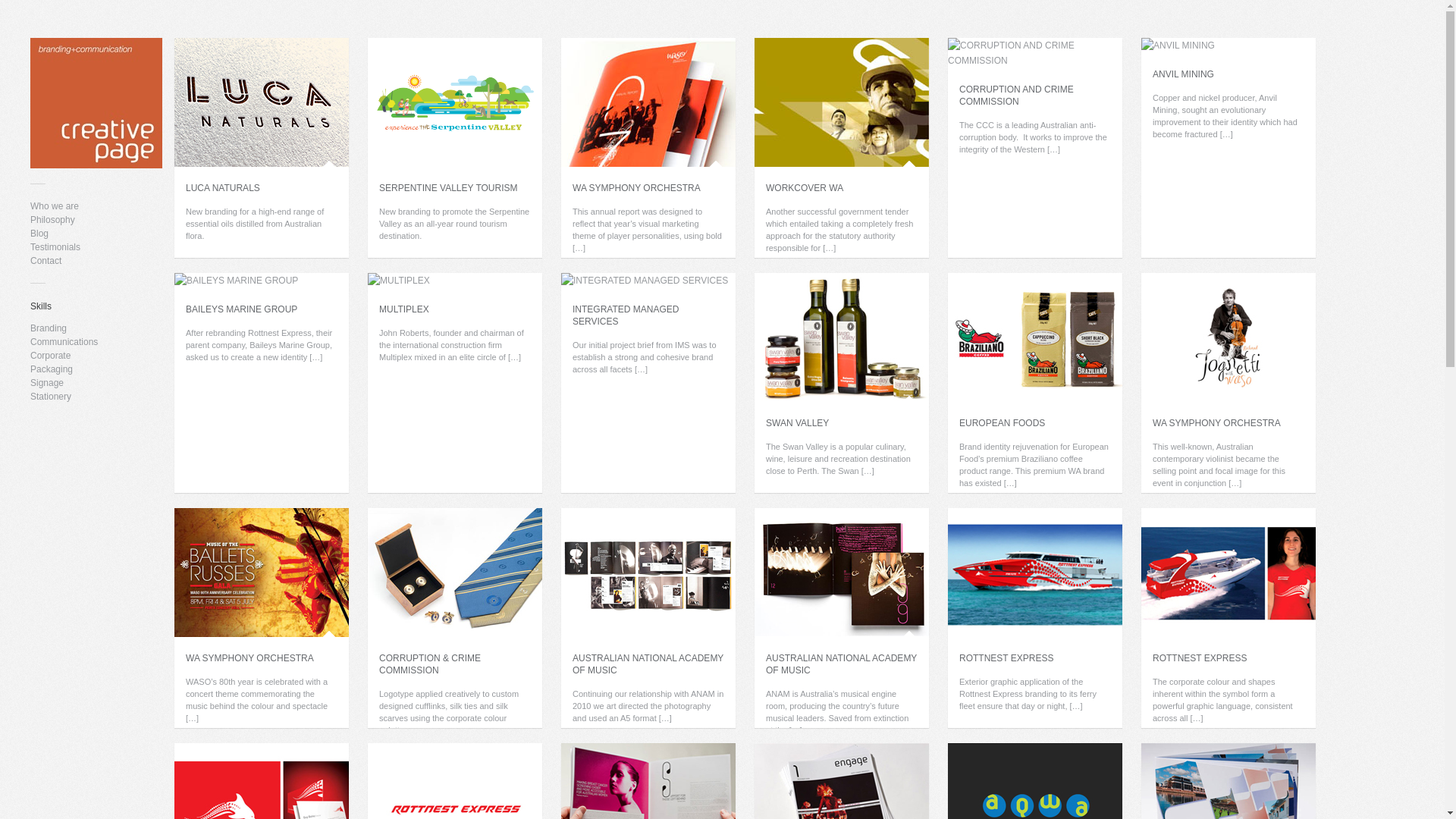  What do you see at coordinates (39, 234) in the screenshot?
I see `'Blog'` at bounding box center [39, 234].